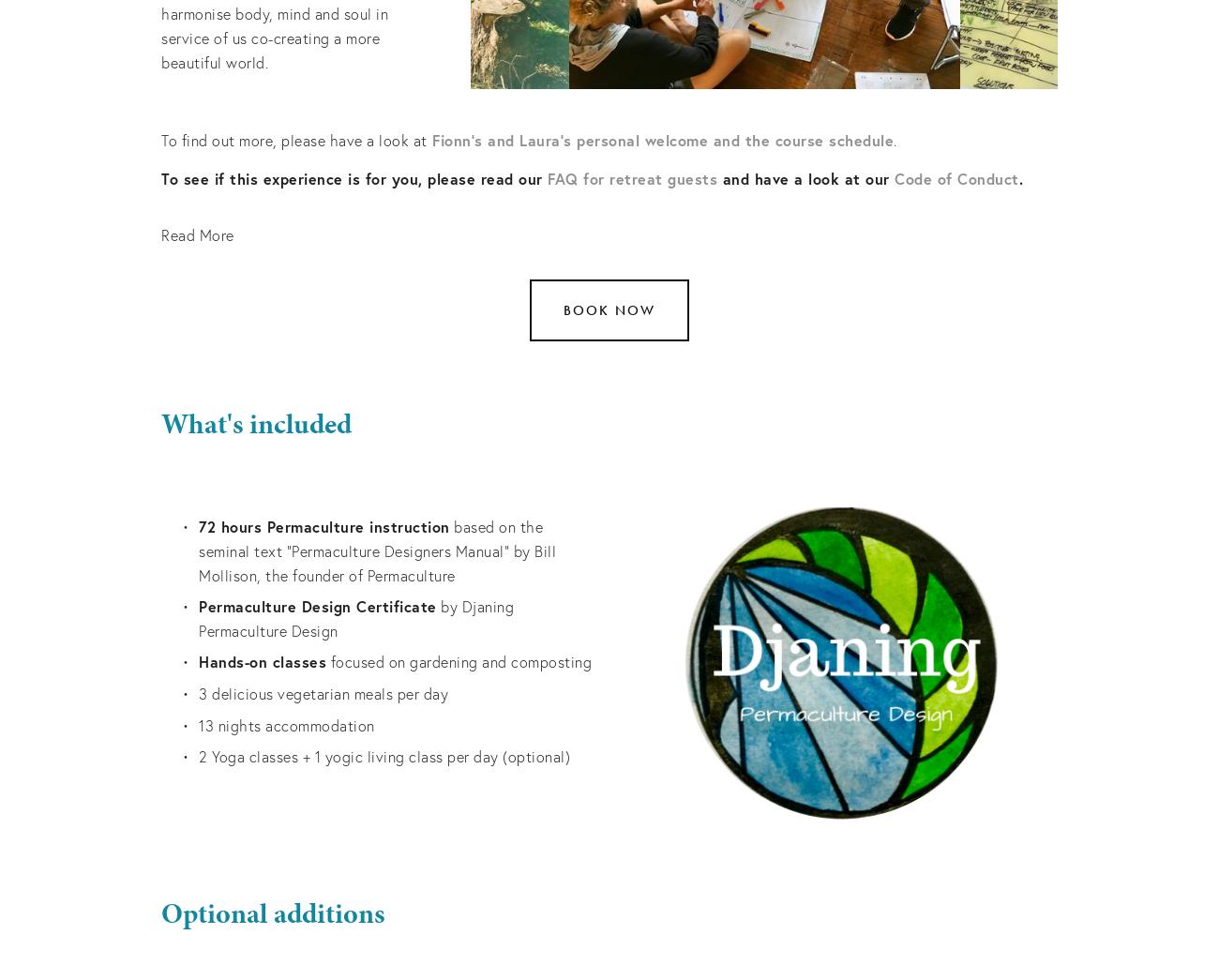 Image resolution: width=1219 pixels, height=980 pixels. Describe the element at coordinates (357, 617) in the screenshot. I see `'by Djaning Permaculture Design'` at that location.